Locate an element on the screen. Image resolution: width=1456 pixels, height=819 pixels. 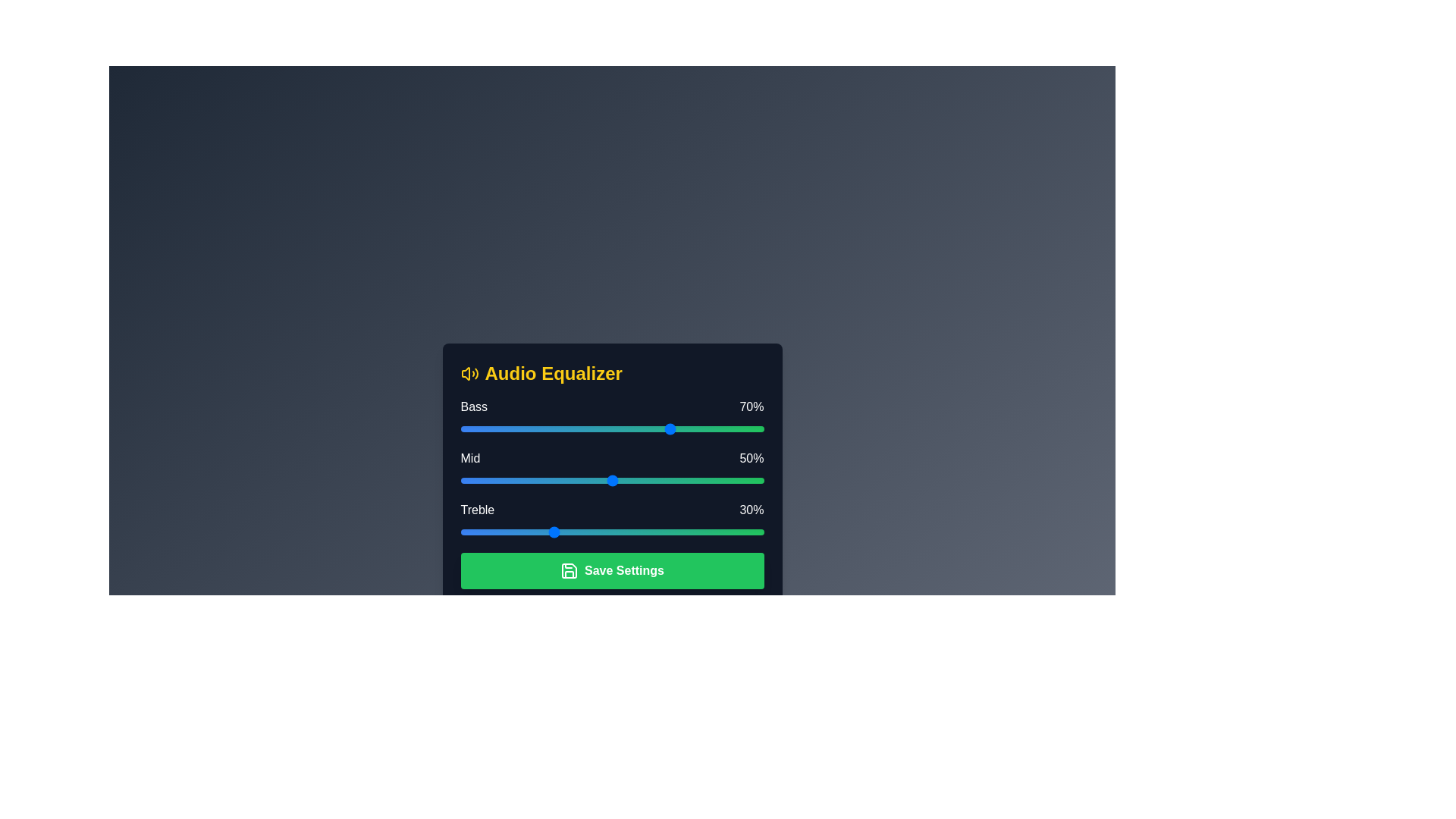
the 'Save Settings' button to save the current equalizer settings is located at coordinates (612, 570).